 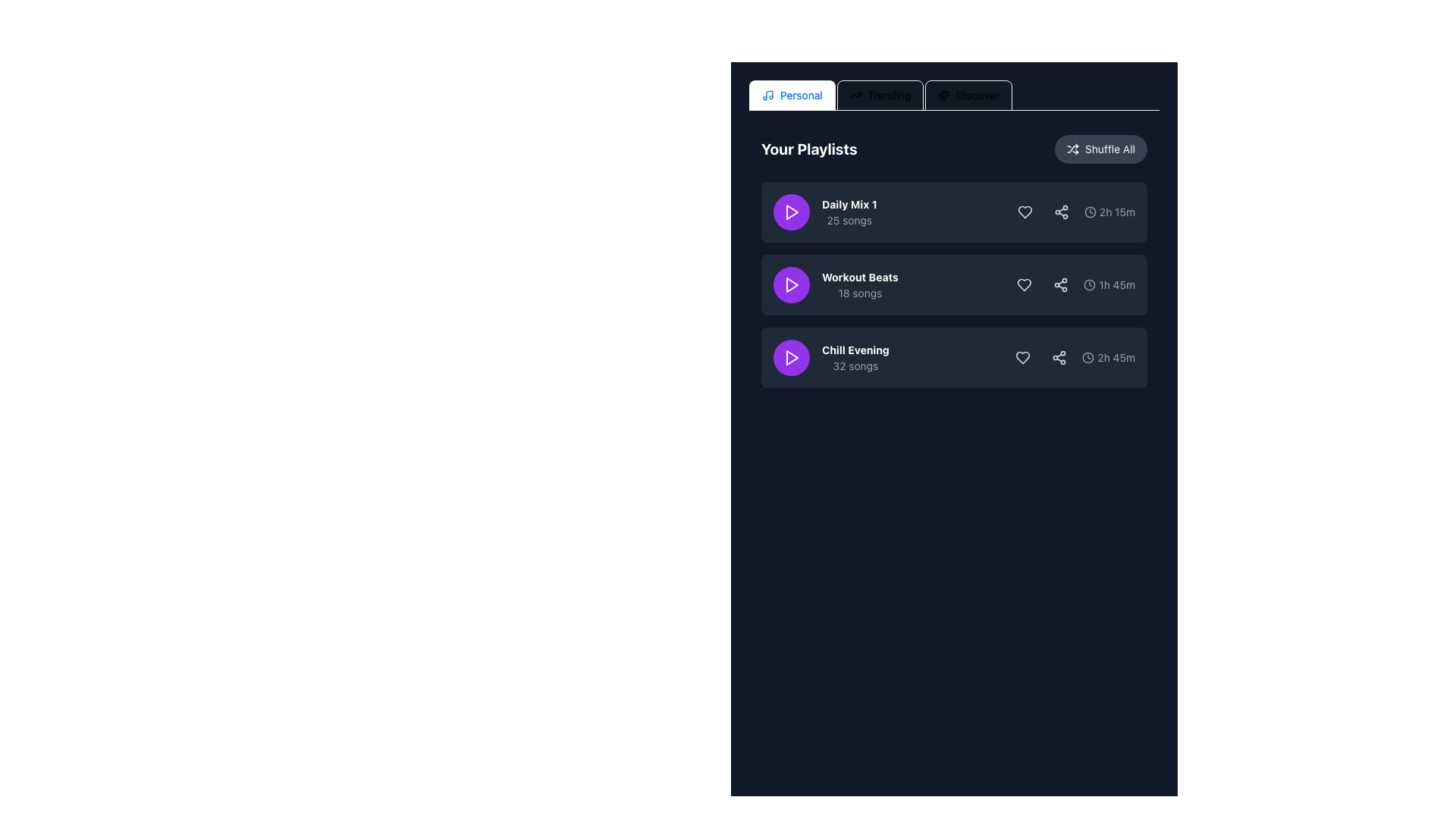 What do you see at coordinates (1025, 212) in the screenshot?
I see `the heart icon button in the 'Daily Mix 1' playlist card` at bounding box center [1025, 212].